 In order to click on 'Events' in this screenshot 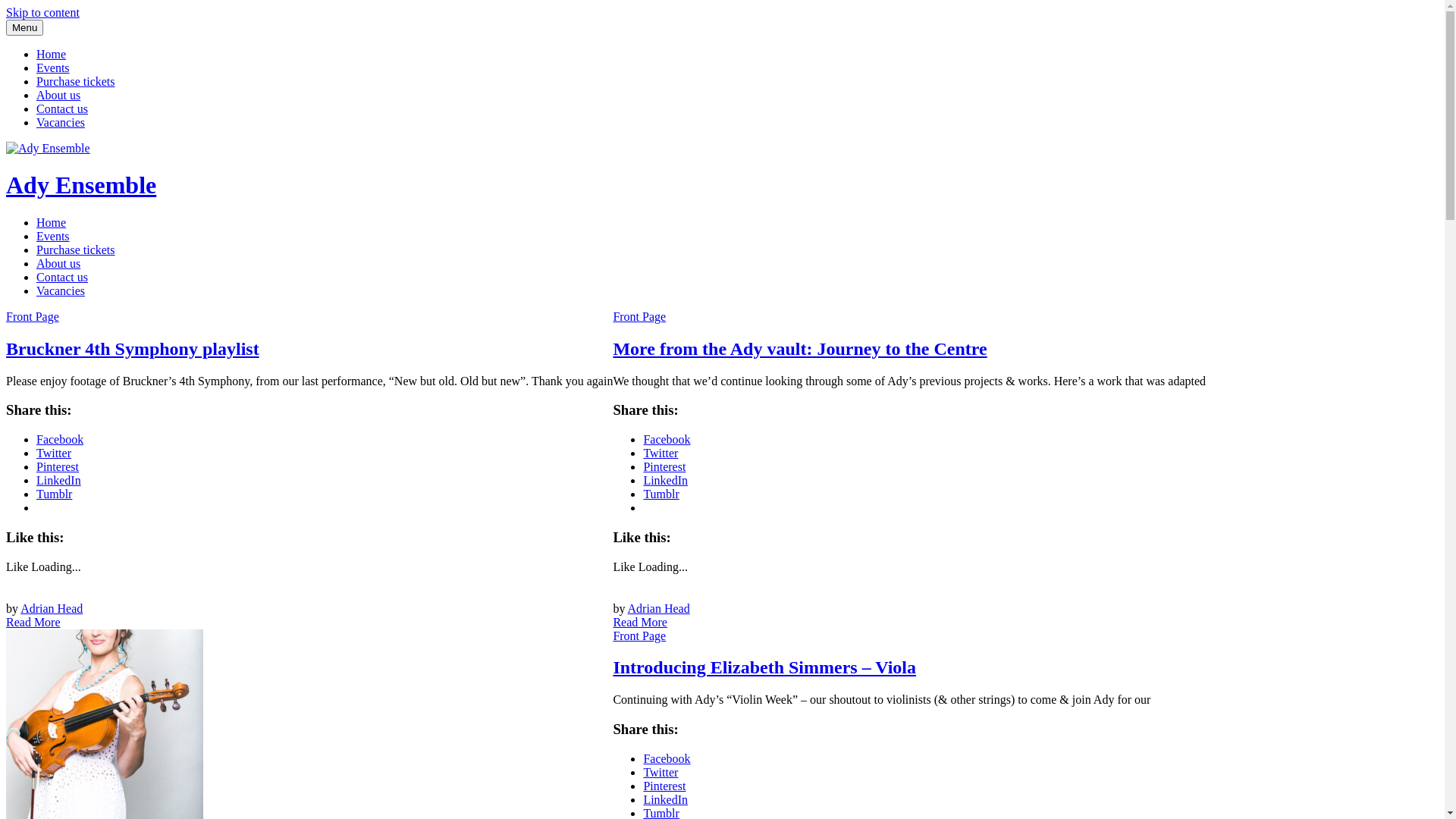, I will do `click(53, 236)`.